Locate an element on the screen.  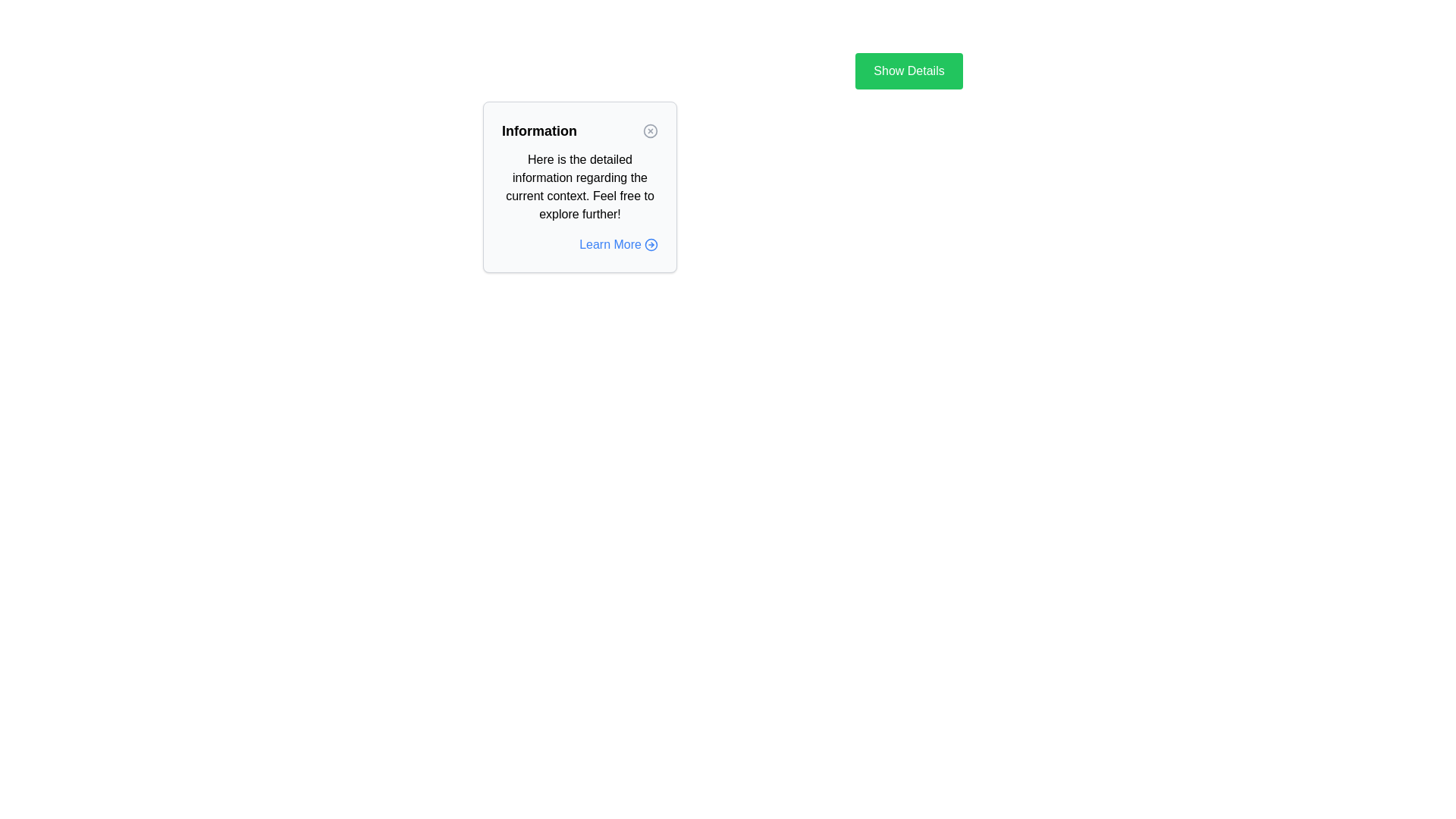
the green rectangular button labeled 'Show Details' to observe its hover effect is located at coordinates (909, 71).